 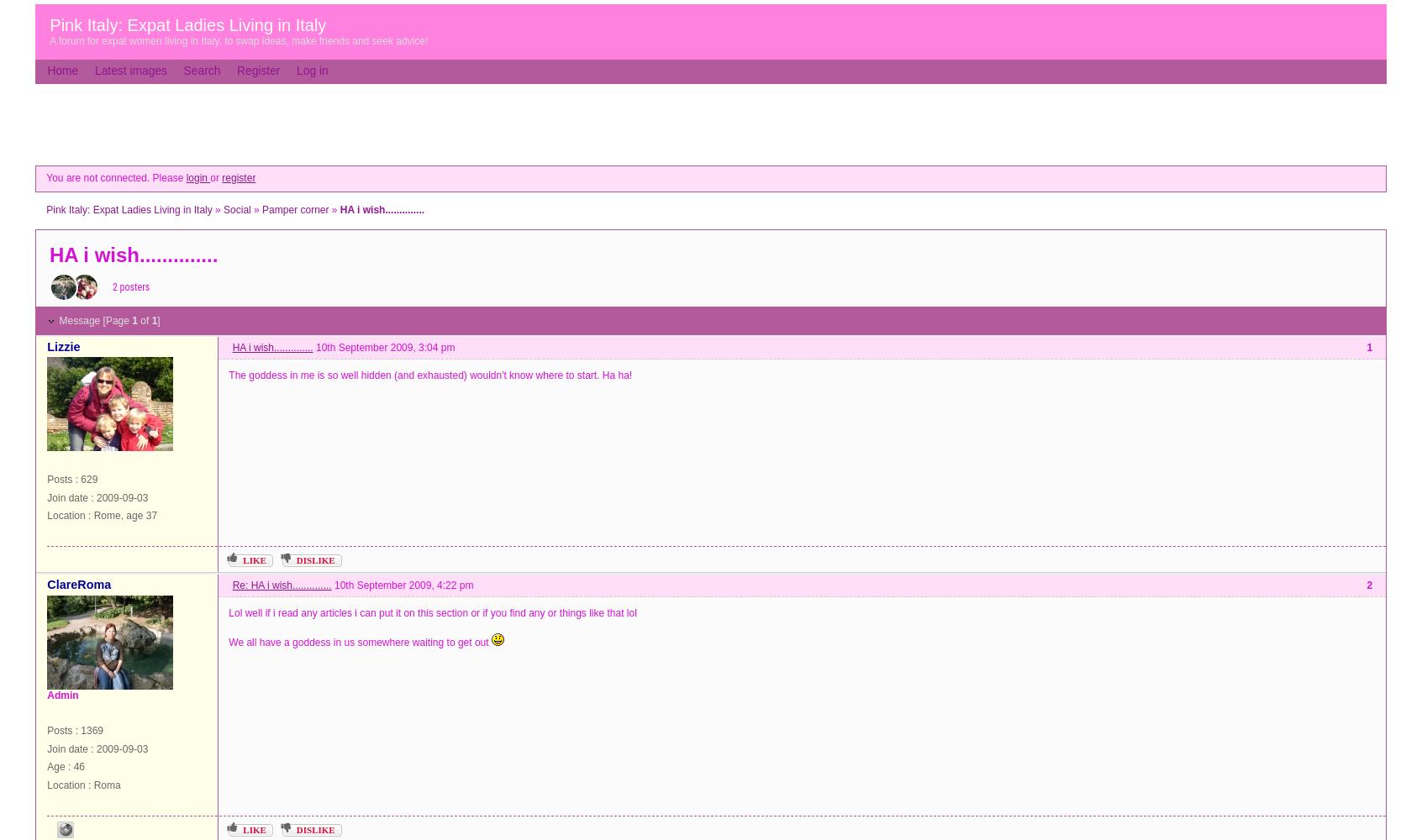 I want to click on 'Rome, age 37', so click(x=124, y=515).